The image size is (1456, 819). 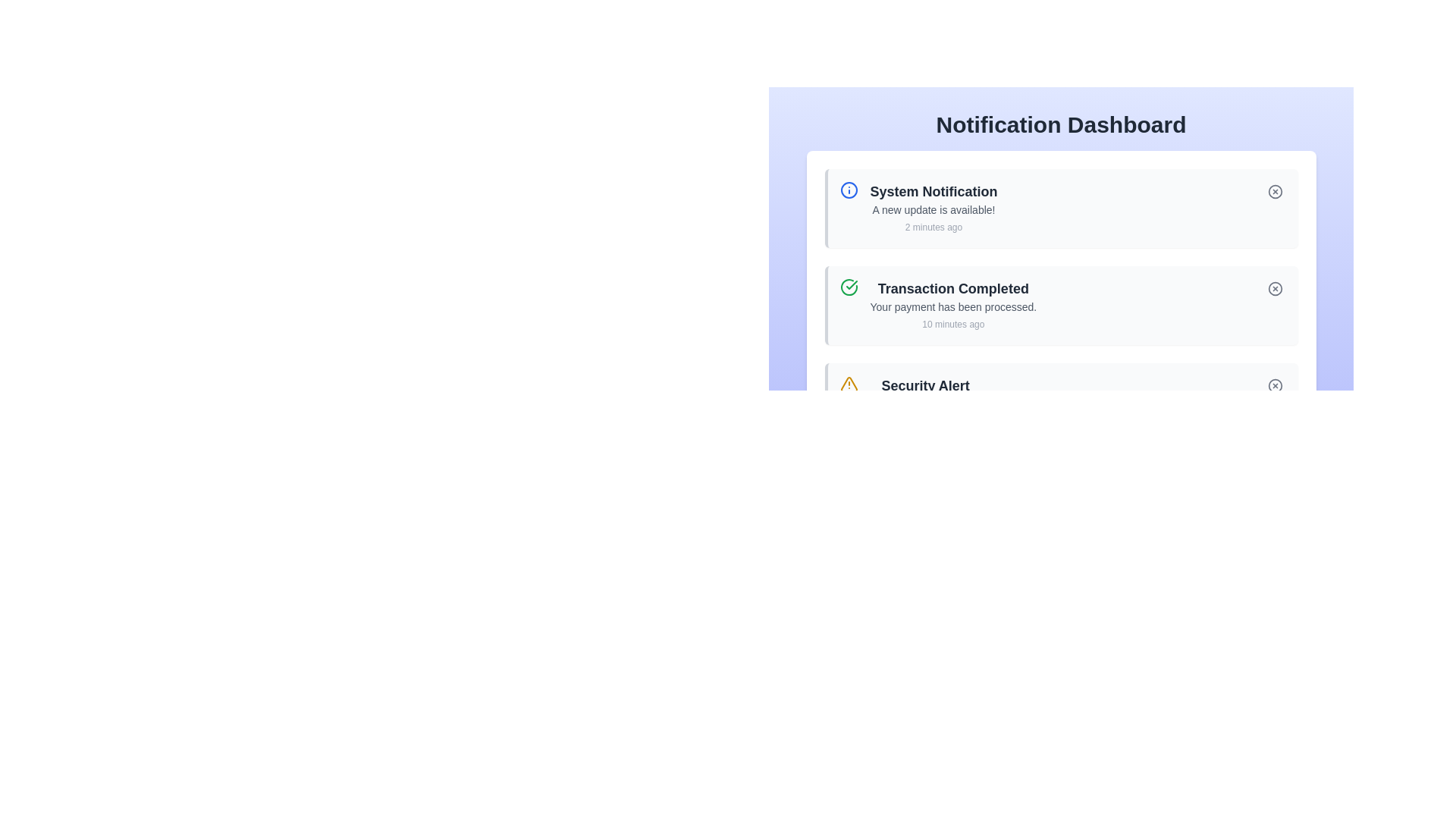 What do you see at coordinates (848, 189) in the screenshot?
I see `the circular graphical component of the icon located within the 'System Notification' to obtain additional information` at bounding box center [848, 189].